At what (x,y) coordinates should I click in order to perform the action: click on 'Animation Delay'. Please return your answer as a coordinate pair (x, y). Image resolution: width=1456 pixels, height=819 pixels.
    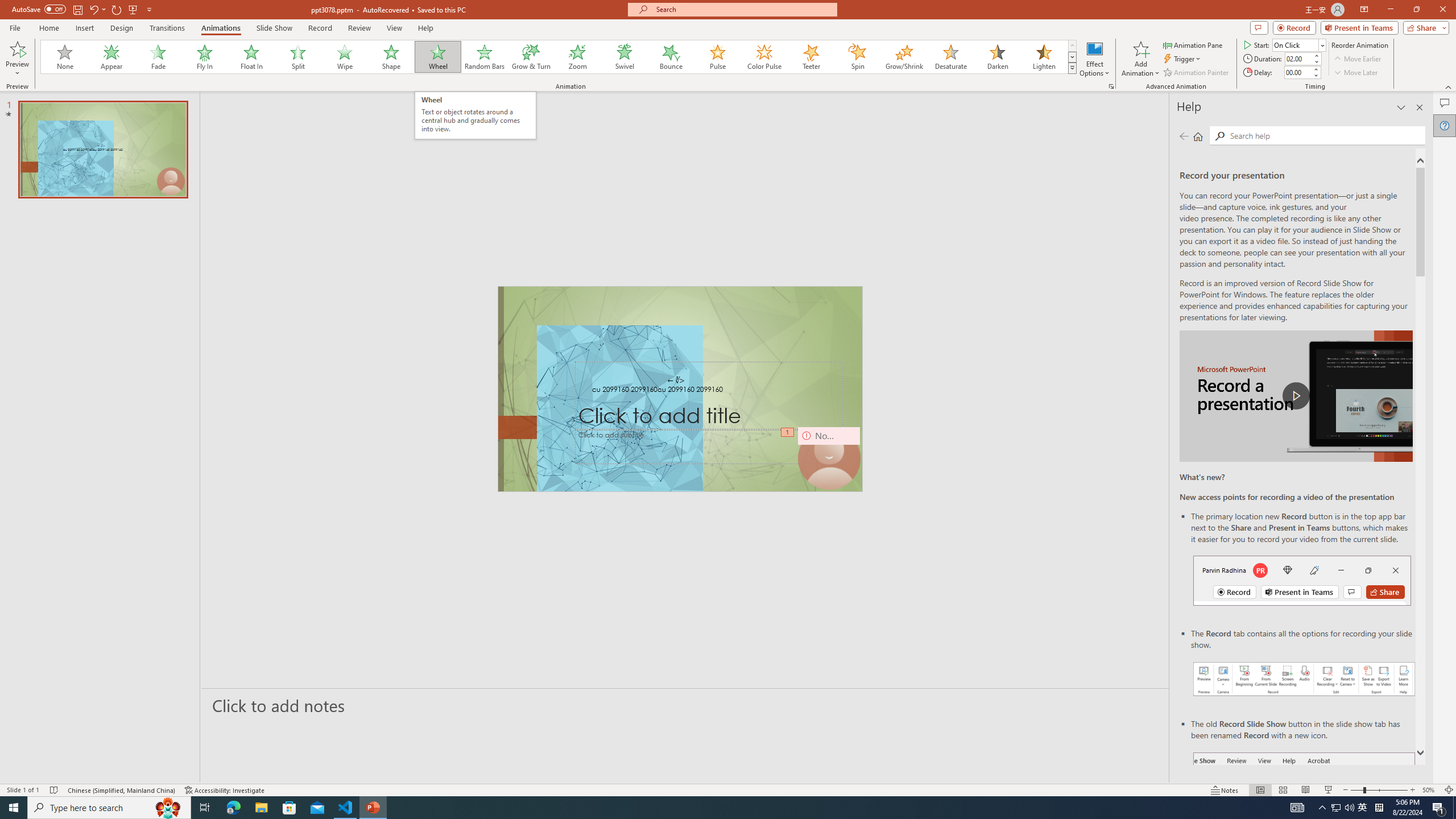
    Looking at the image, I should click on (1296, 72).